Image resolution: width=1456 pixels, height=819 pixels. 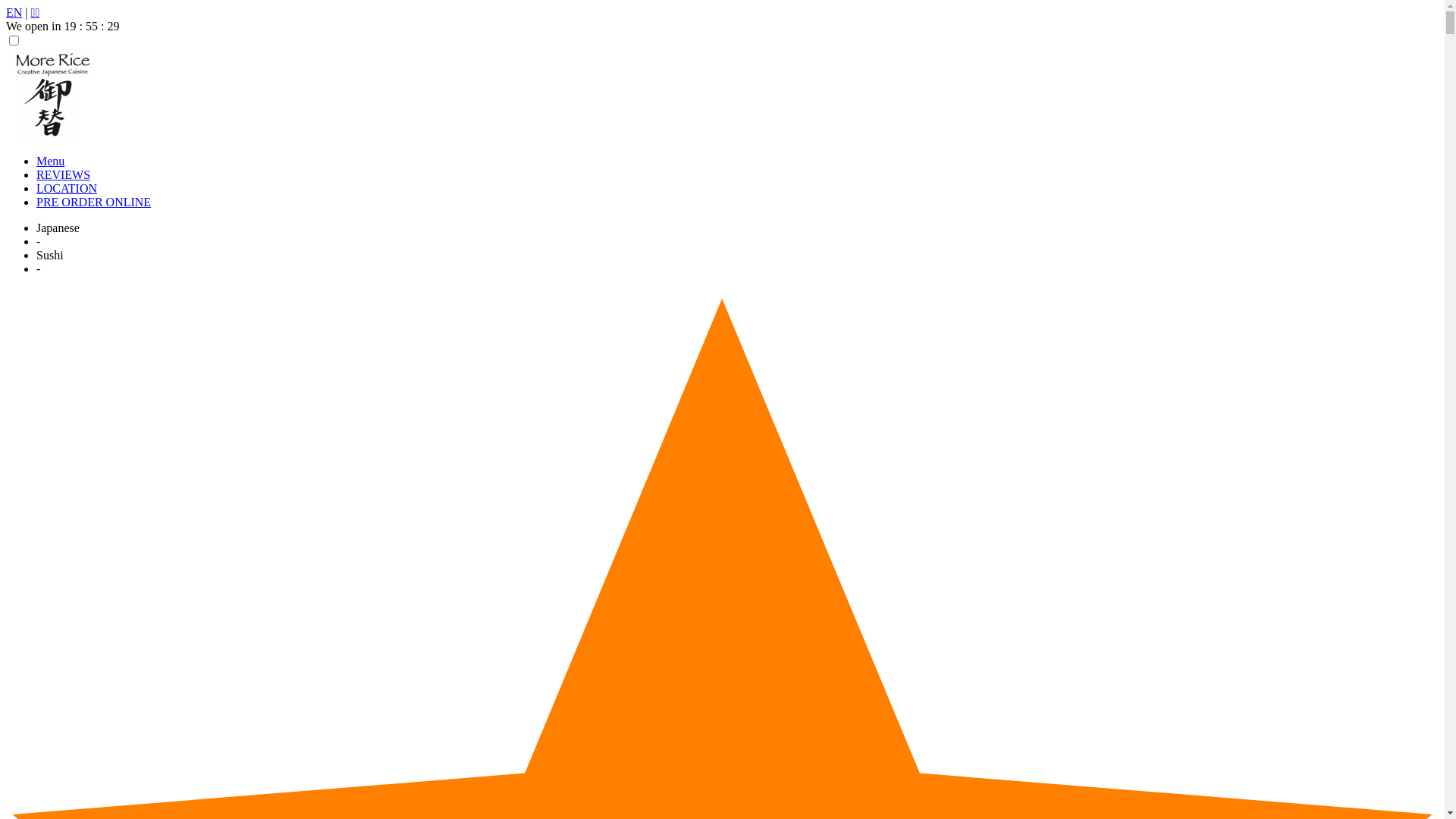 I want to click on 'PRE ORDER ONLINE', so click(x=93, y=201).